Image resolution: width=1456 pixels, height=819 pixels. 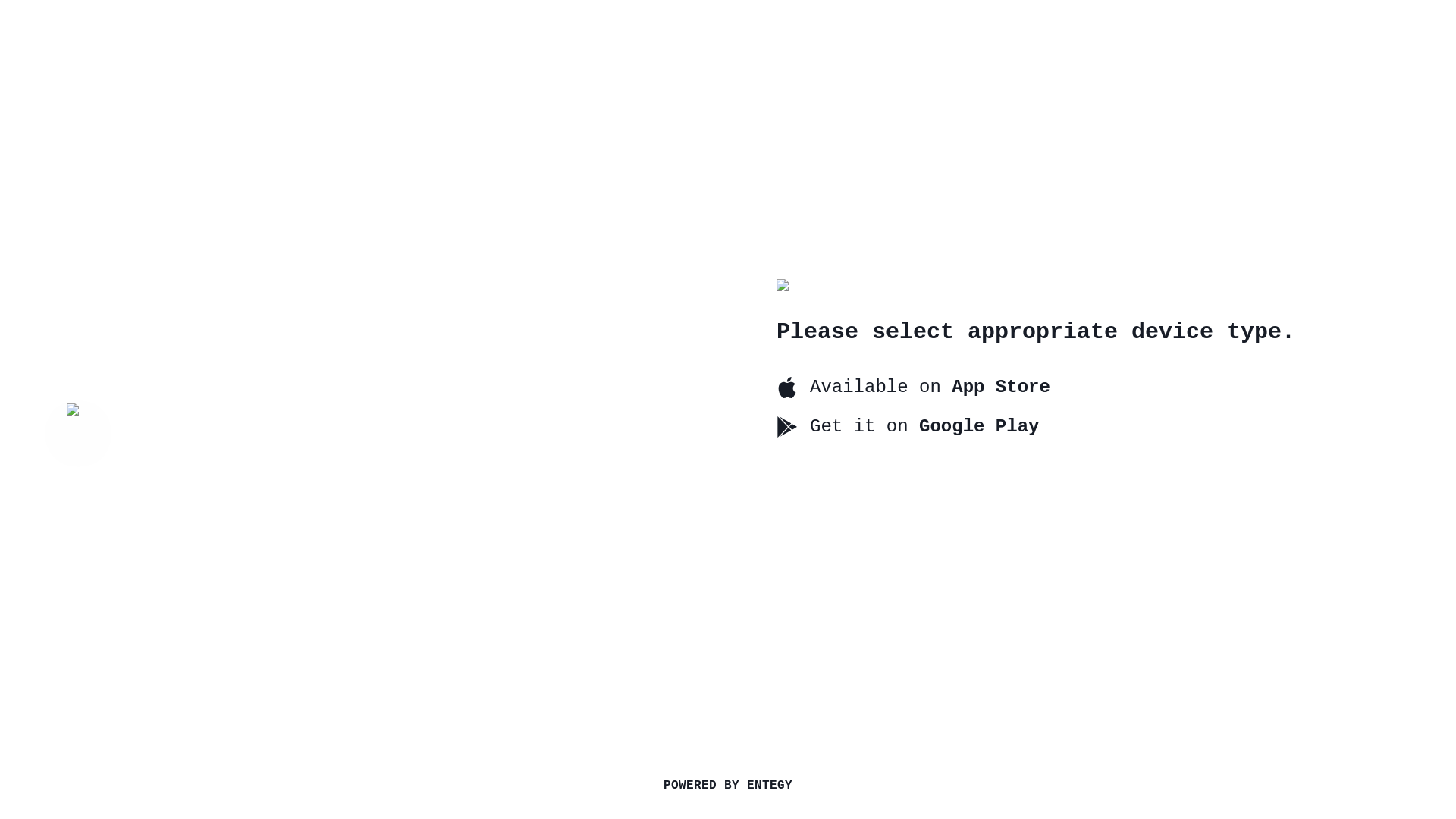 What do you see at coordinates (912, 426) in the screenshot?
I see `'Get it on Google Play'` at bounding box center [912, 426].